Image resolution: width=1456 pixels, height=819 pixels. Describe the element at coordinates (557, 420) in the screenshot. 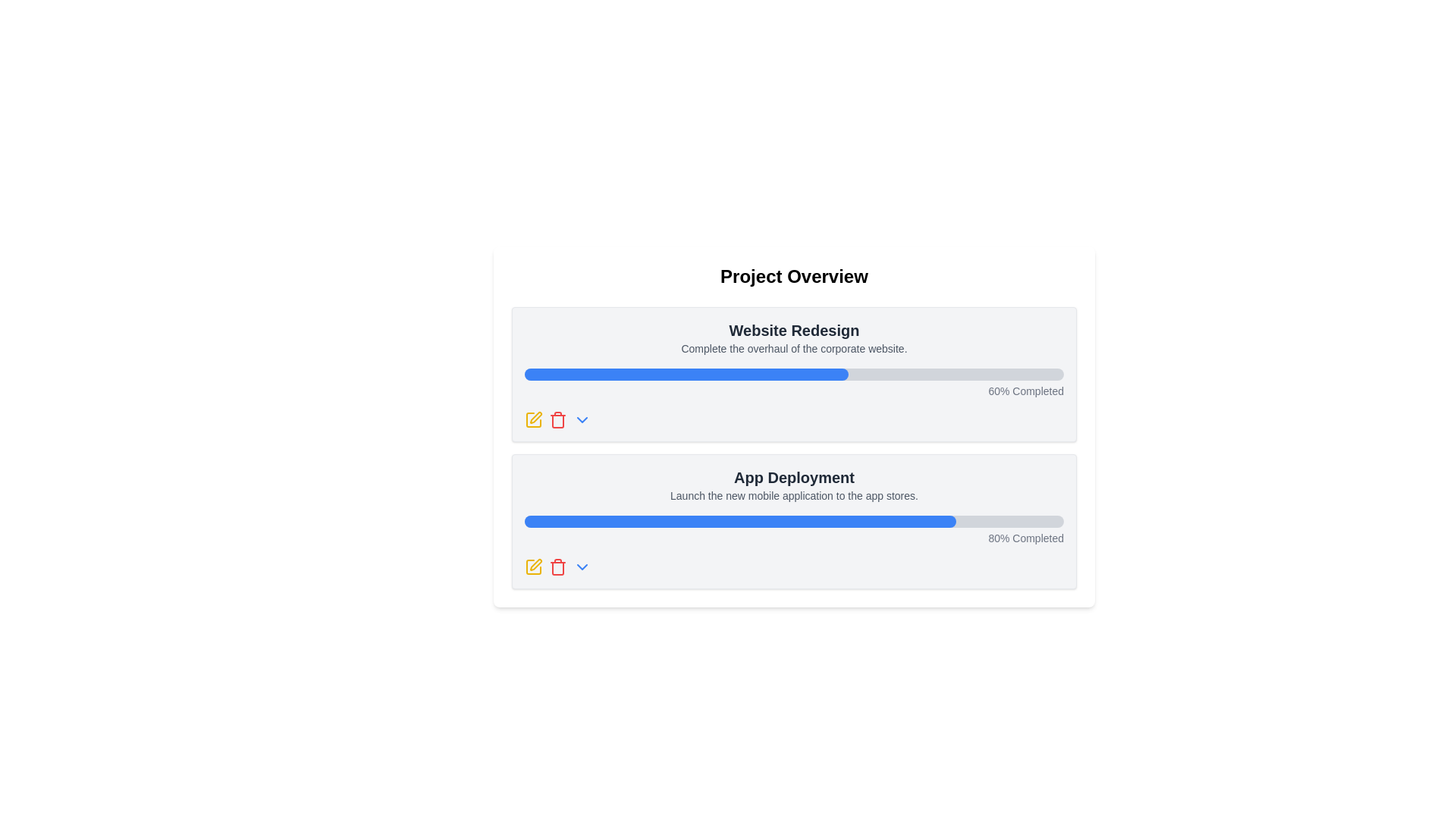

I see `the trash icon button with a red stroke color, positioned as the second icon from the left below the 'App Deployment' progress bar` at that location.